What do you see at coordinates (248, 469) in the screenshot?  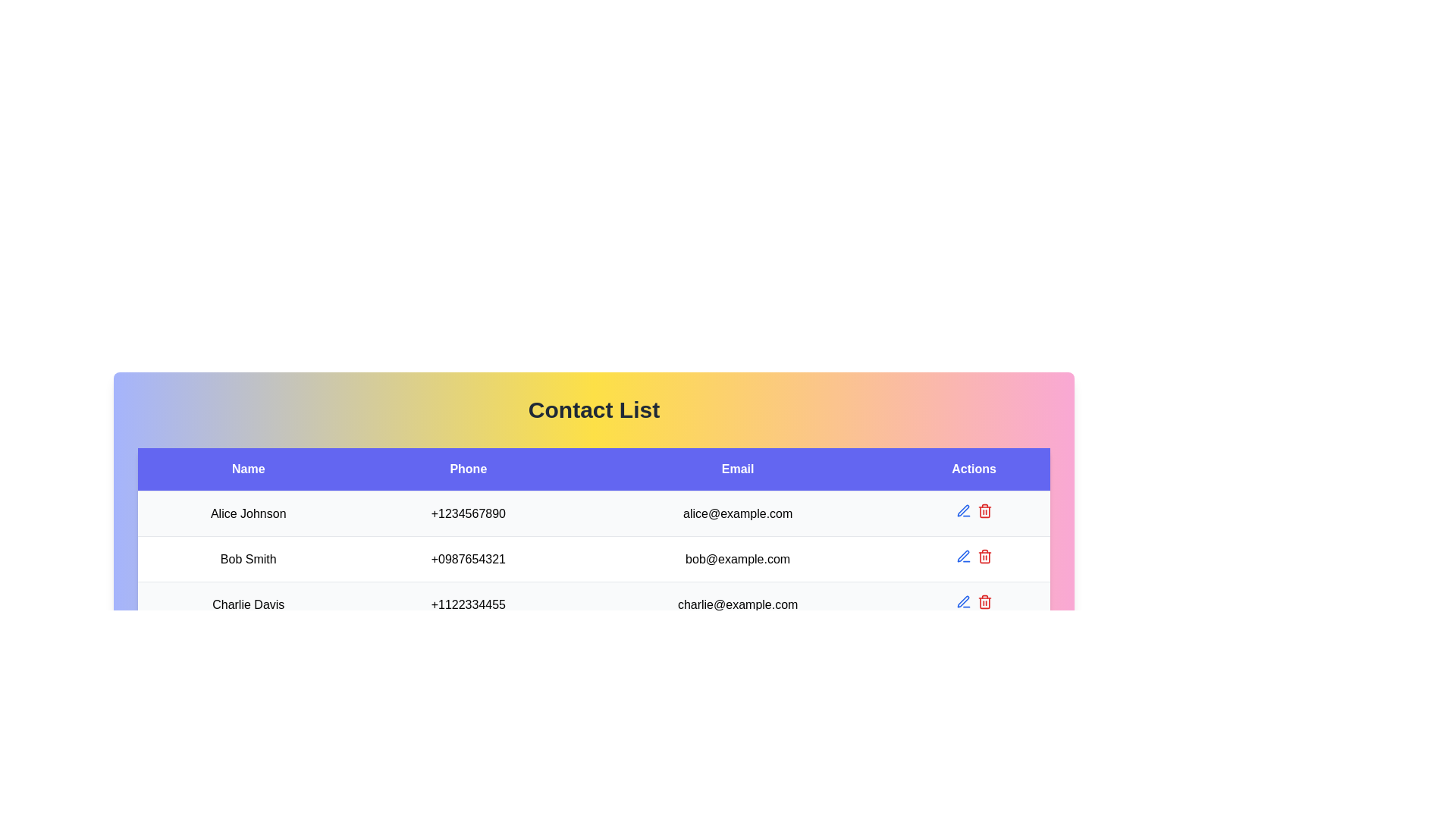 I see `the 'Name' column header in the table, which is the first item in the row of headers, indicating the associated data displayed below` at bounding box center [248, 469].